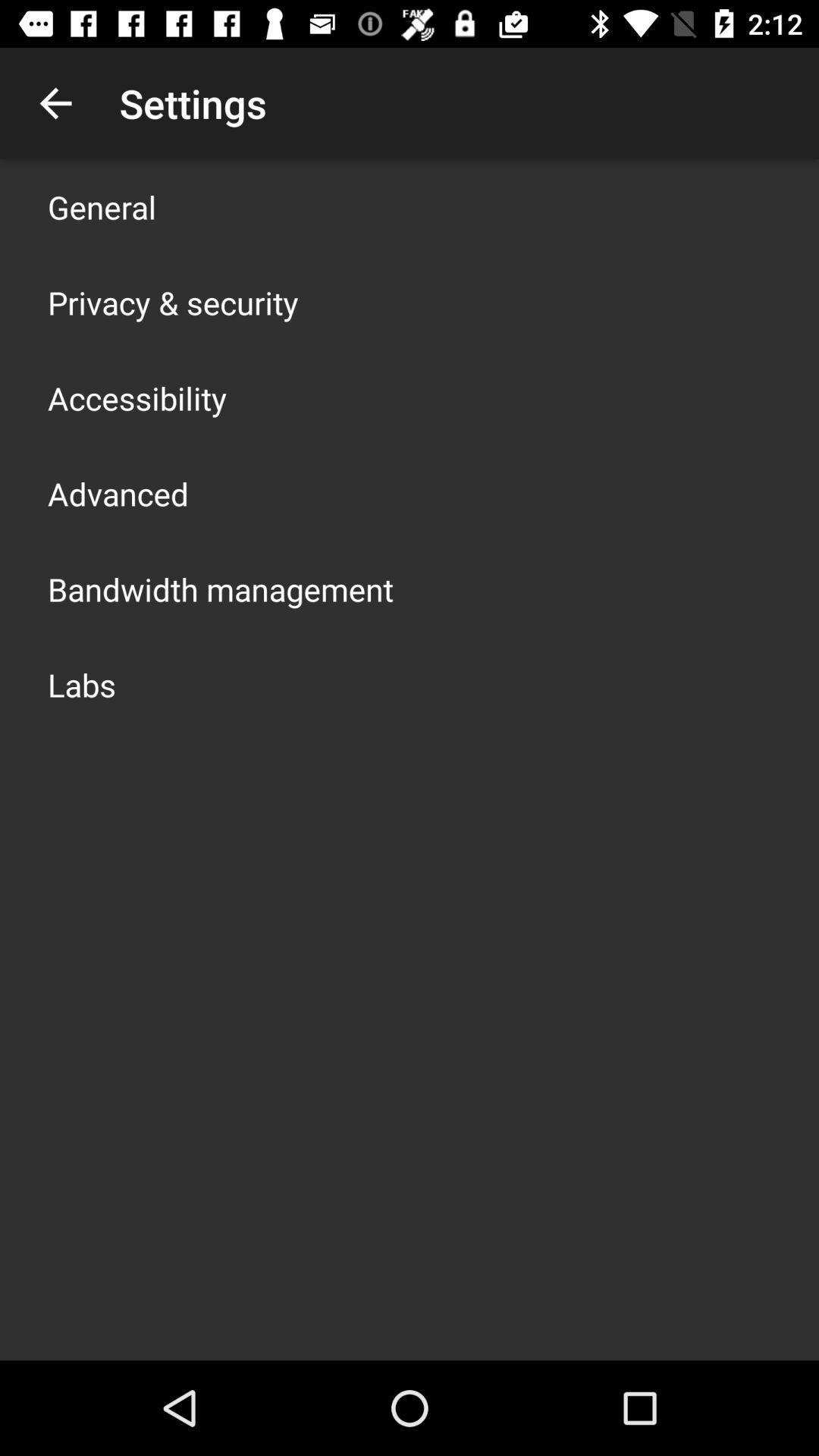  What do you see at coordinates (172, 302) in the screenshot?
I see `privacy & security icon` at bounding box center [172, 302].